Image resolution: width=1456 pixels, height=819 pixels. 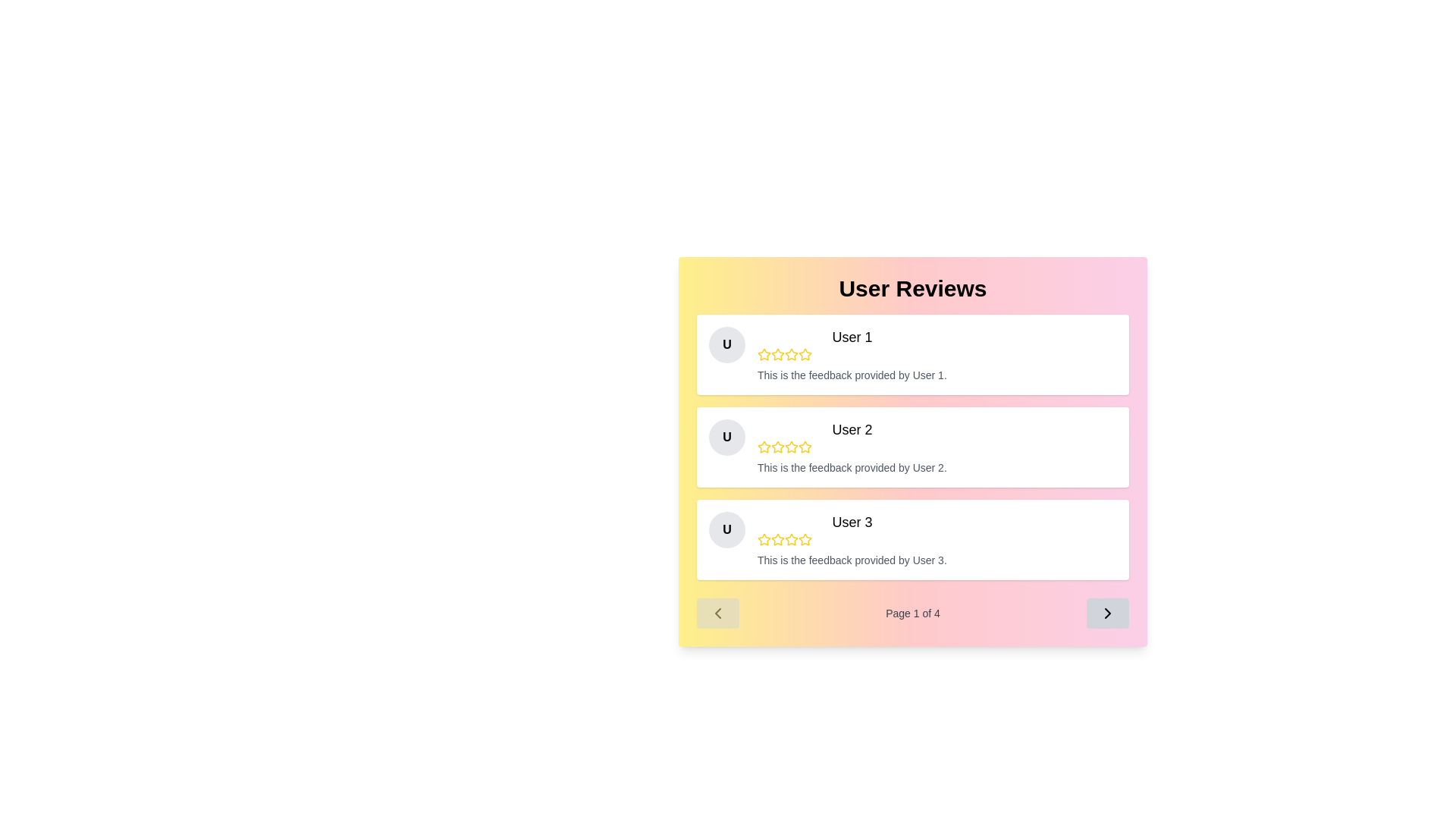 I want to click on the 'User 3' text label, so click(x=852, y=522).